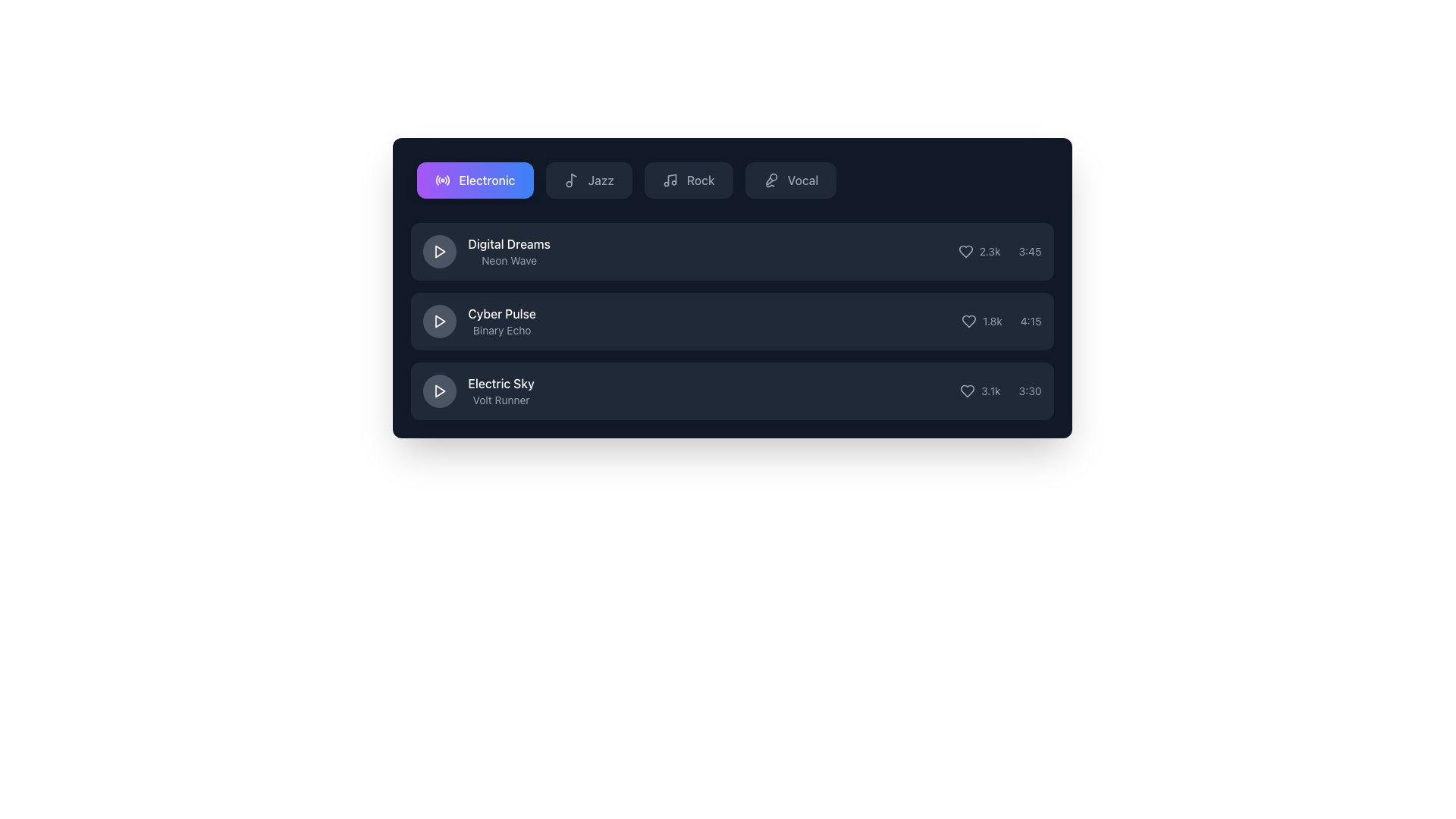  Describe the element at coordinates (981, 321) in the screenshot. I see `the numeric display showing '1.8k' with a hollow heart icon, located on the second row of the song list to the right of 'Cyber Pulse'` at that location.